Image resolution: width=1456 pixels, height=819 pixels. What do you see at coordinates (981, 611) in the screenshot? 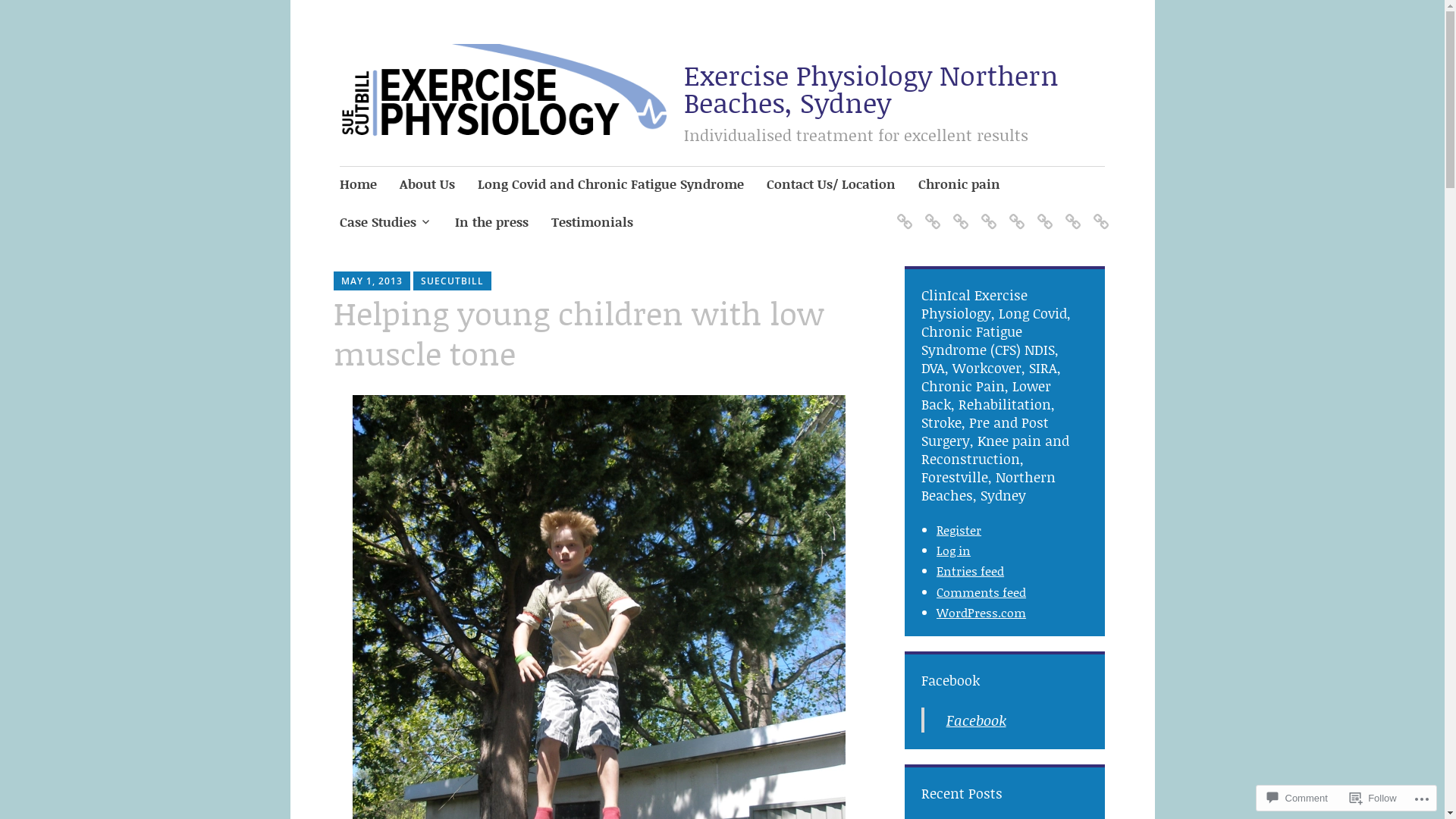
I see `'WordPress.com'` at bounding box center [981, 611].